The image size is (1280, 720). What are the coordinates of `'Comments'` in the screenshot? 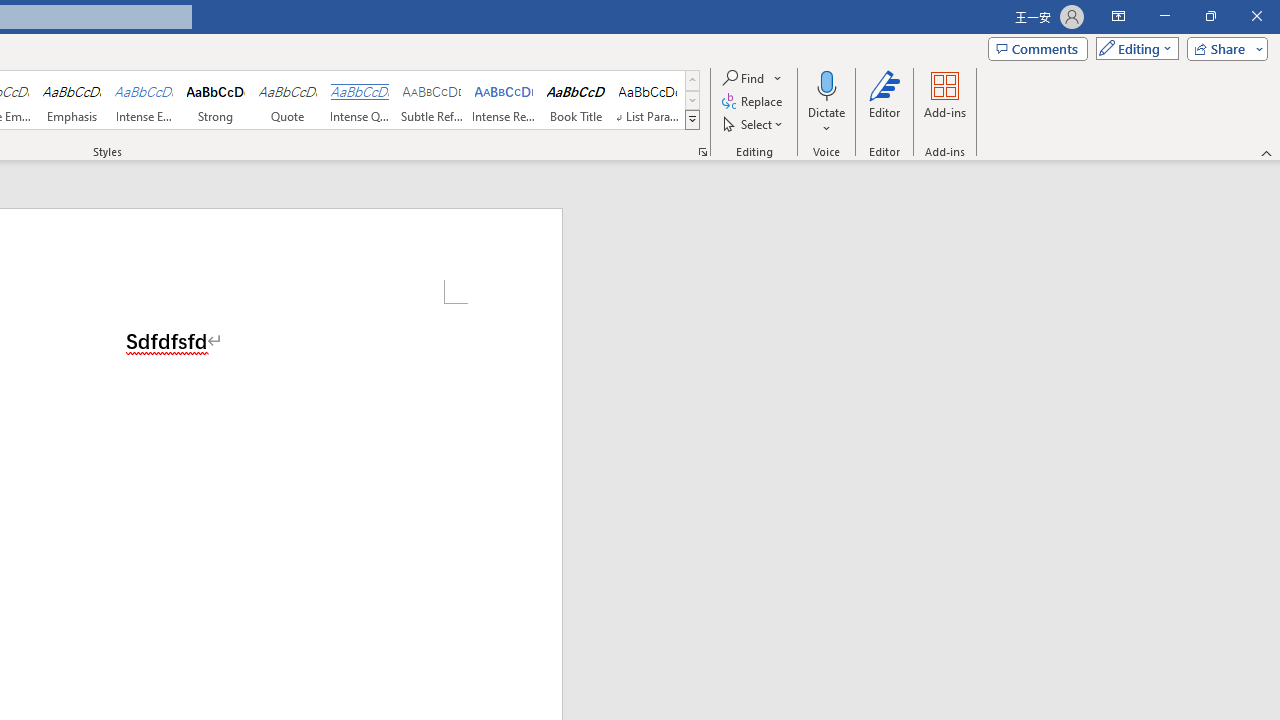 It's located at (1038, 47).